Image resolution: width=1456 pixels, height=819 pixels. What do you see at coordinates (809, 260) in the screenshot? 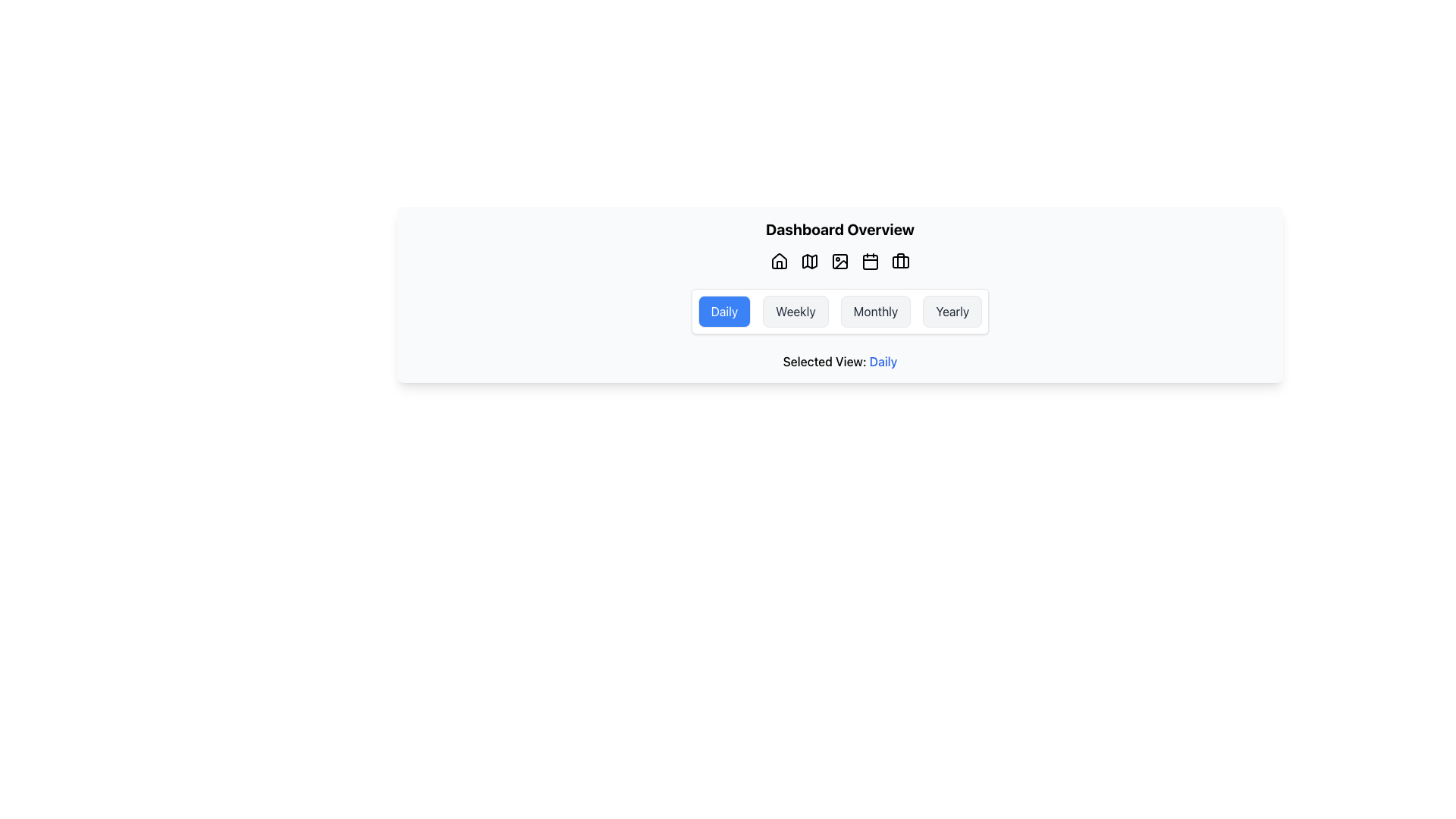
I see `the second icon resembling a stylized map, located underneath 'Dashboard Overview'` at bounding box center [809, 260].